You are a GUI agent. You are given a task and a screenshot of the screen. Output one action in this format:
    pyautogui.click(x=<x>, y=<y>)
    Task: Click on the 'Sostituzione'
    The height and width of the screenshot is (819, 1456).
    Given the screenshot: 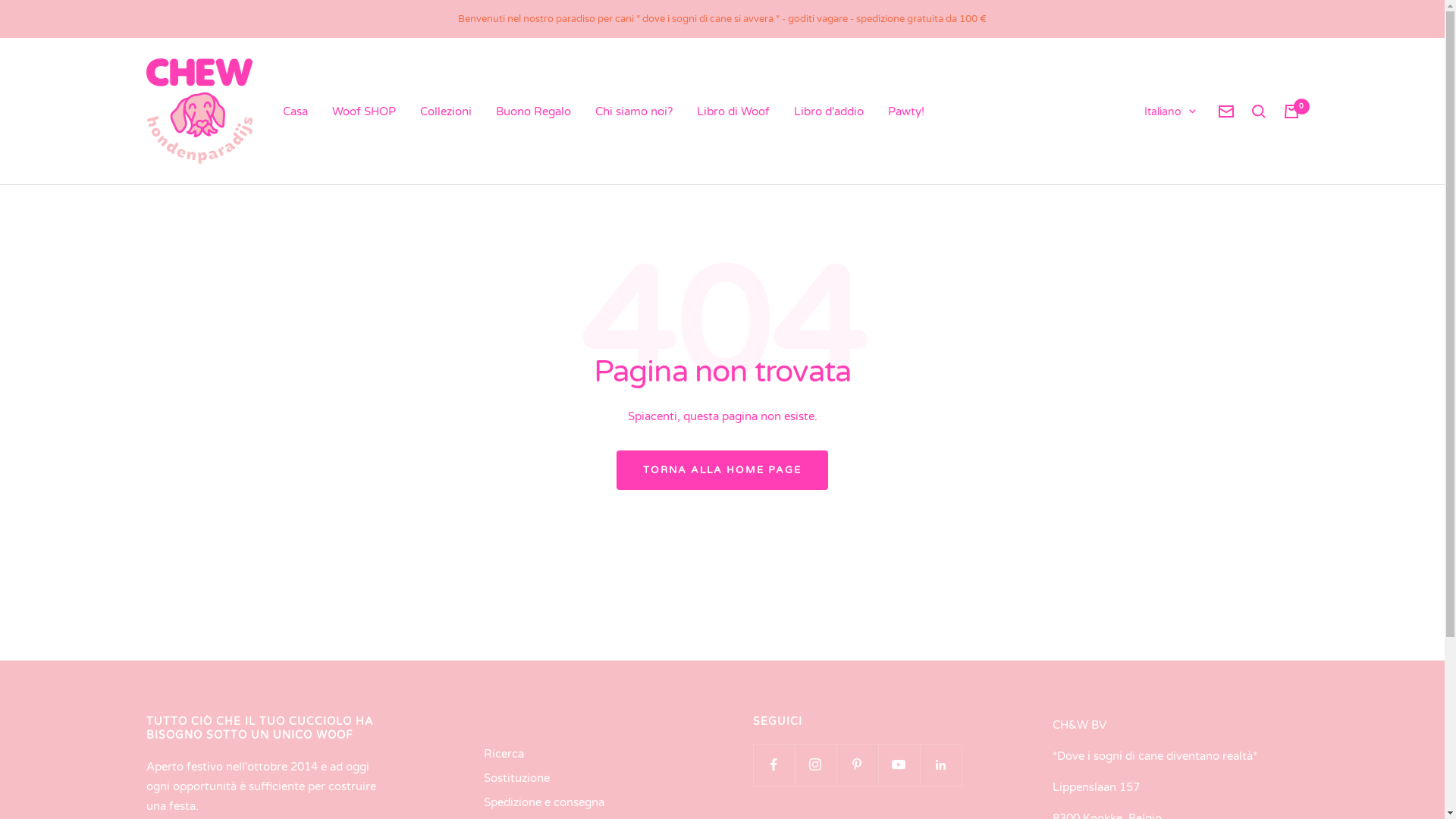 What is the action you would take?
    pyautogui.click(x=516, y=778)
    